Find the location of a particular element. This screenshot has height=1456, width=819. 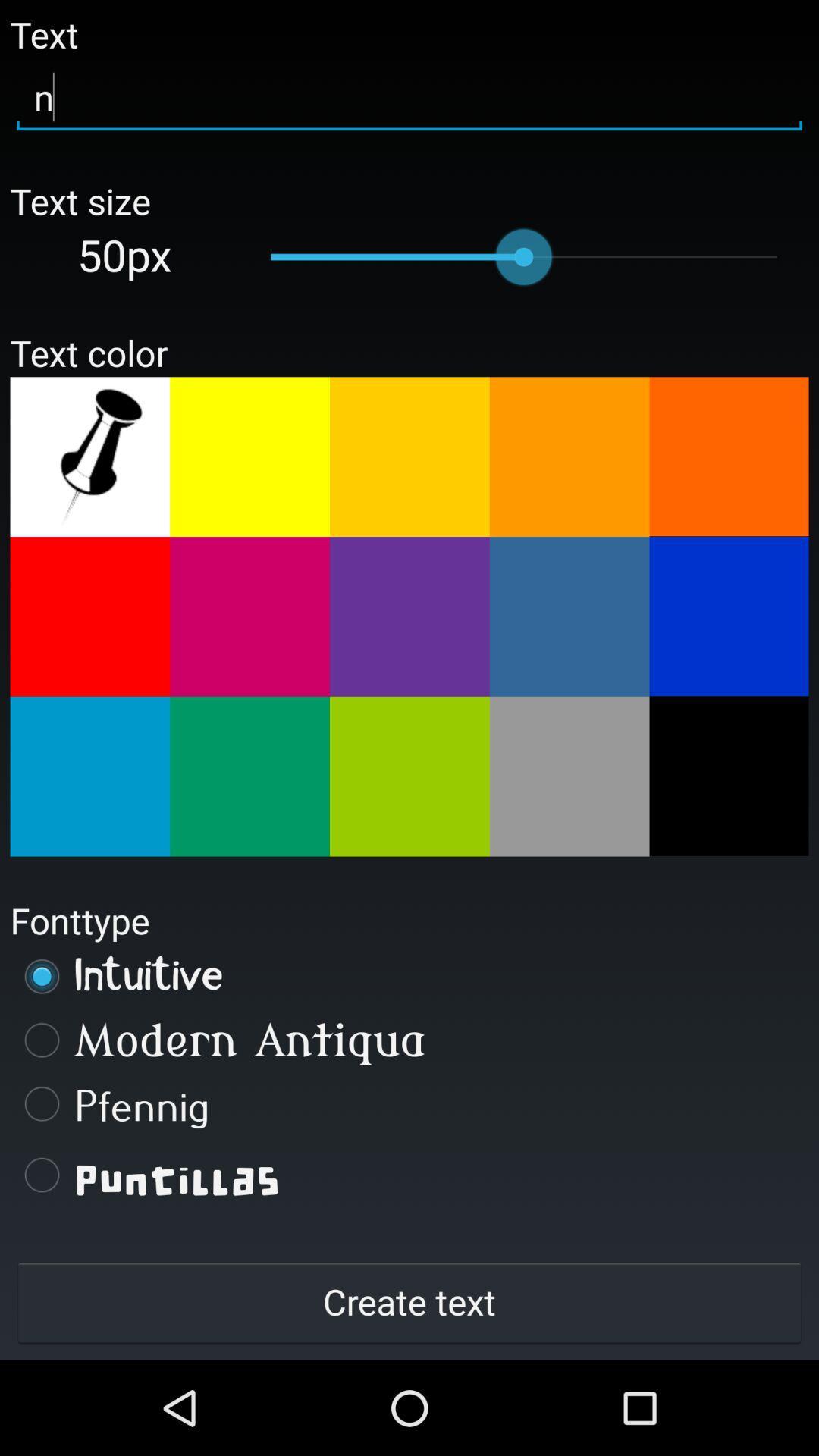

third color in first row is located at coordinates (409, 456).